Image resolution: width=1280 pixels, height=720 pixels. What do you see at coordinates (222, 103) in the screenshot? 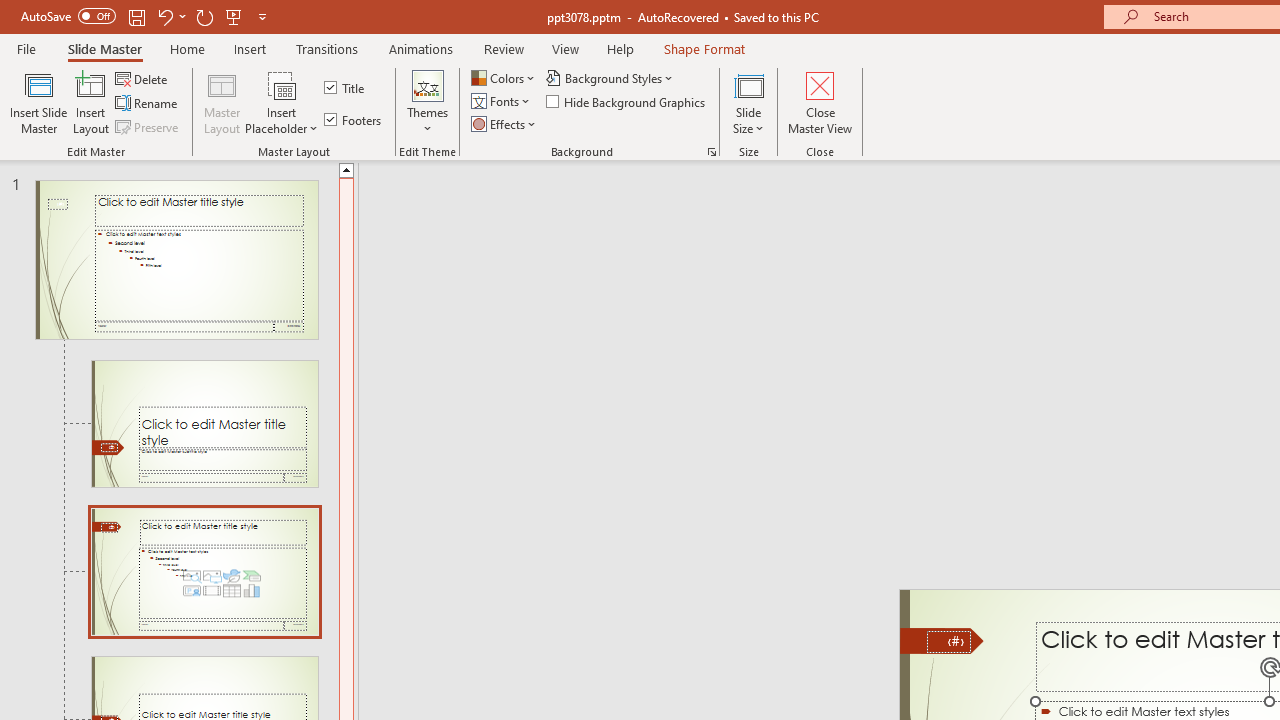
I see `'Master Layout...'` at bounding box center [222, 103].